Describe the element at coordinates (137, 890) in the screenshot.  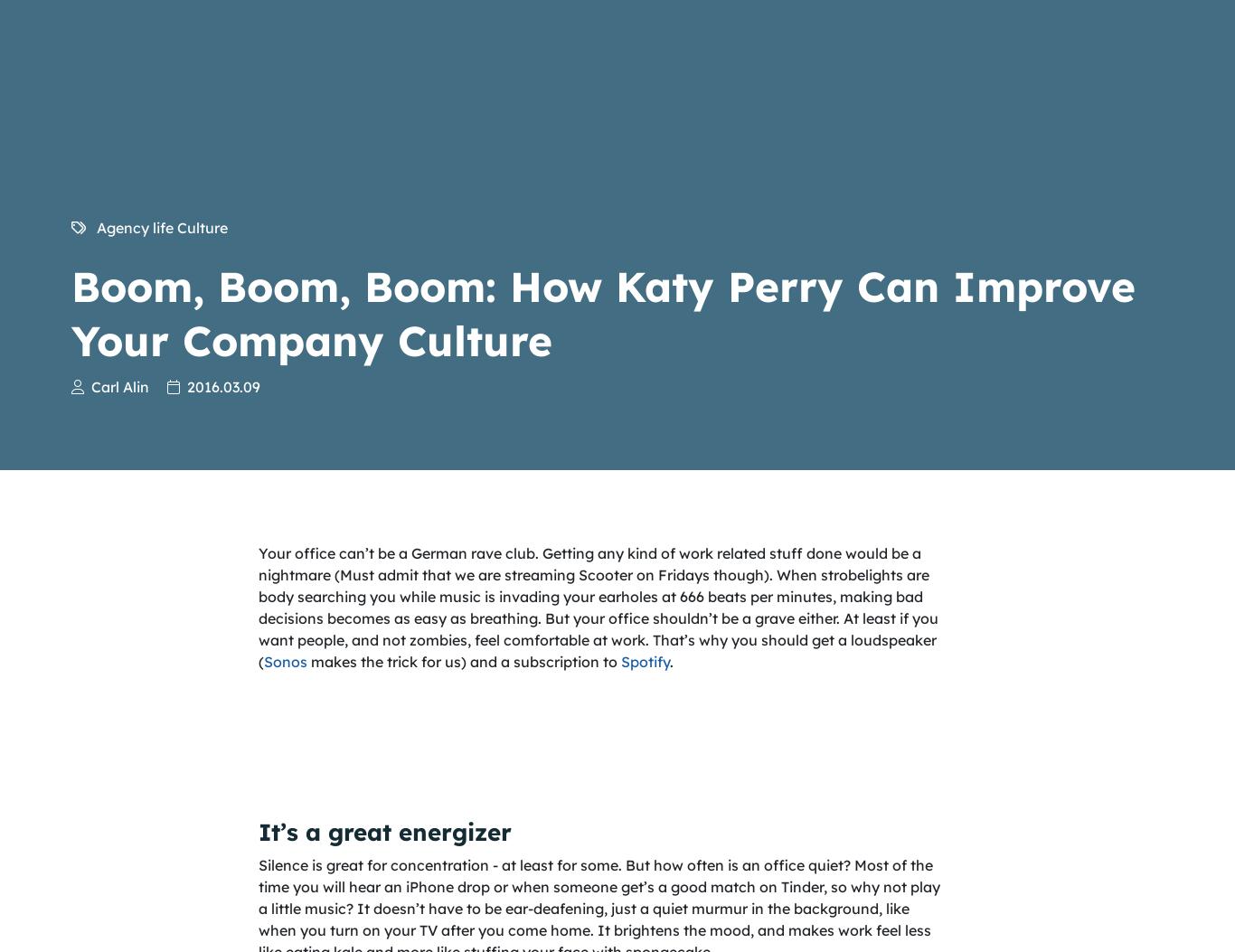
I see `'+46 (0)10 410 11 00'` at that location.